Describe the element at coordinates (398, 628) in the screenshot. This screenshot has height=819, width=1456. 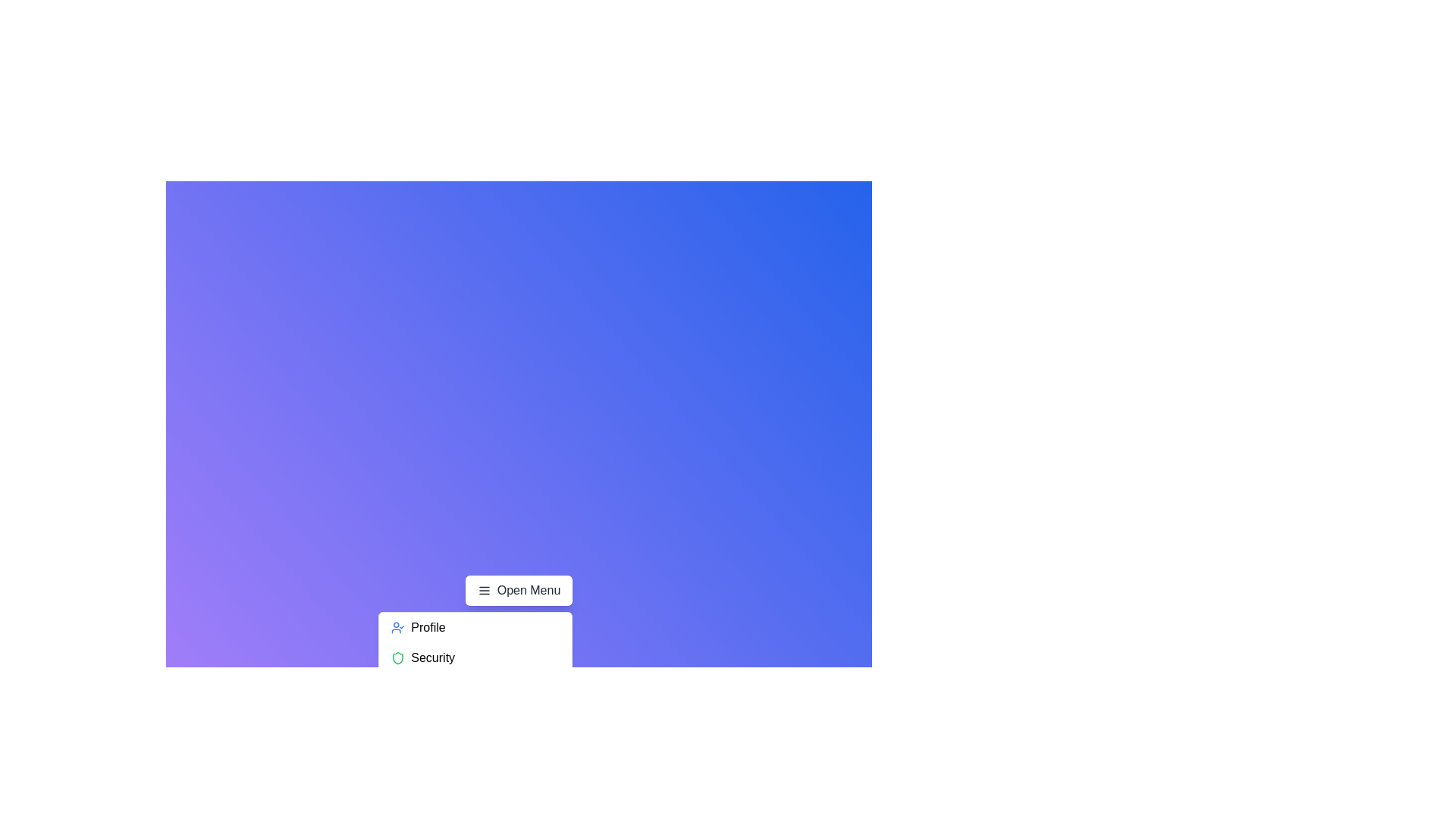
I see `the icon next to the menu item labeled Profile` at that location.